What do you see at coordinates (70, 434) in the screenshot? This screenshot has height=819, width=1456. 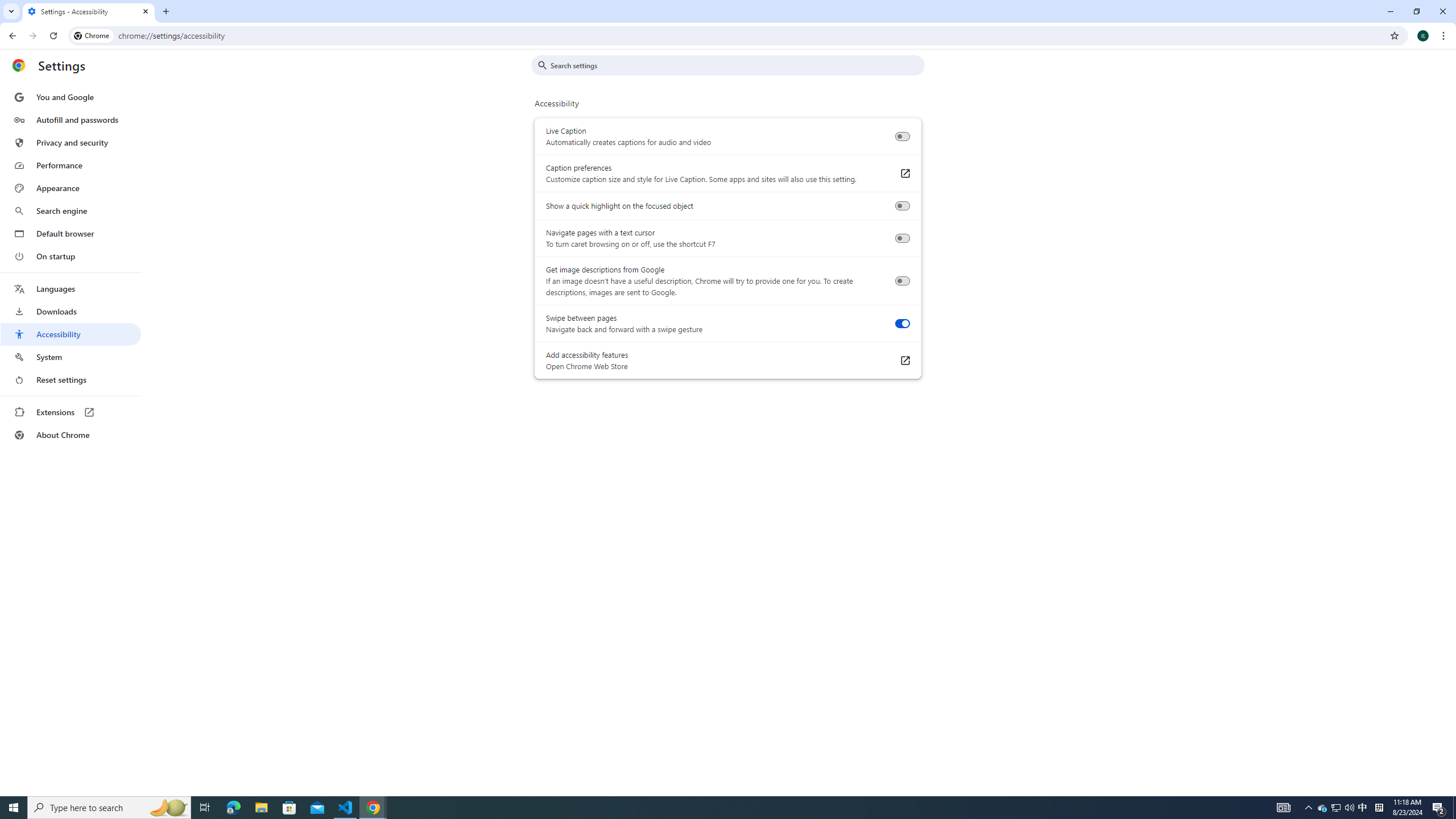 I see `'About Chrome'` at bounding box center [70, 434].